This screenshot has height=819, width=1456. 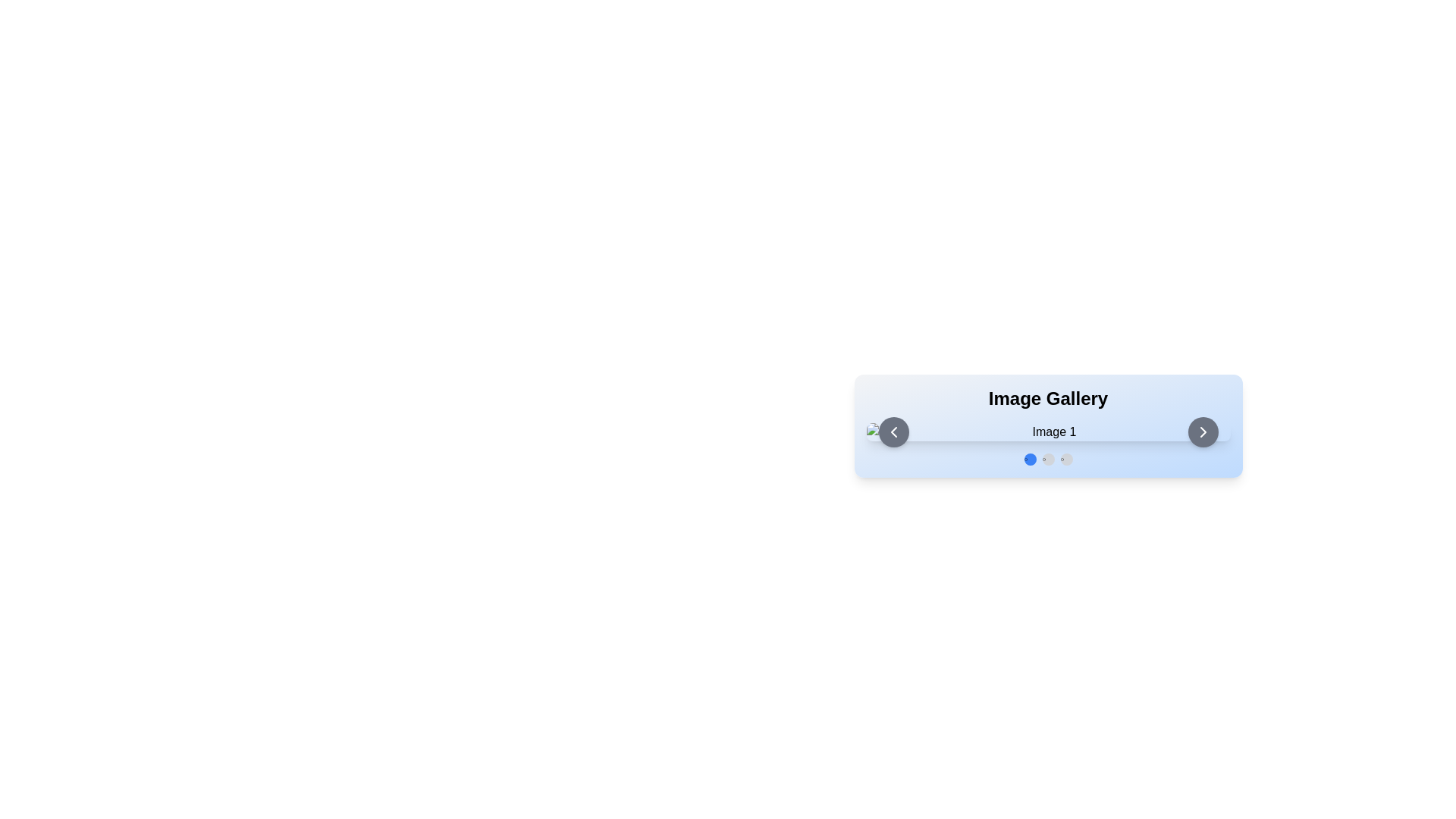 I want to click on the second circular button from the left in the horizontal row of three buttons located at the bottom center of the interface, so click(x=1047, y=458).